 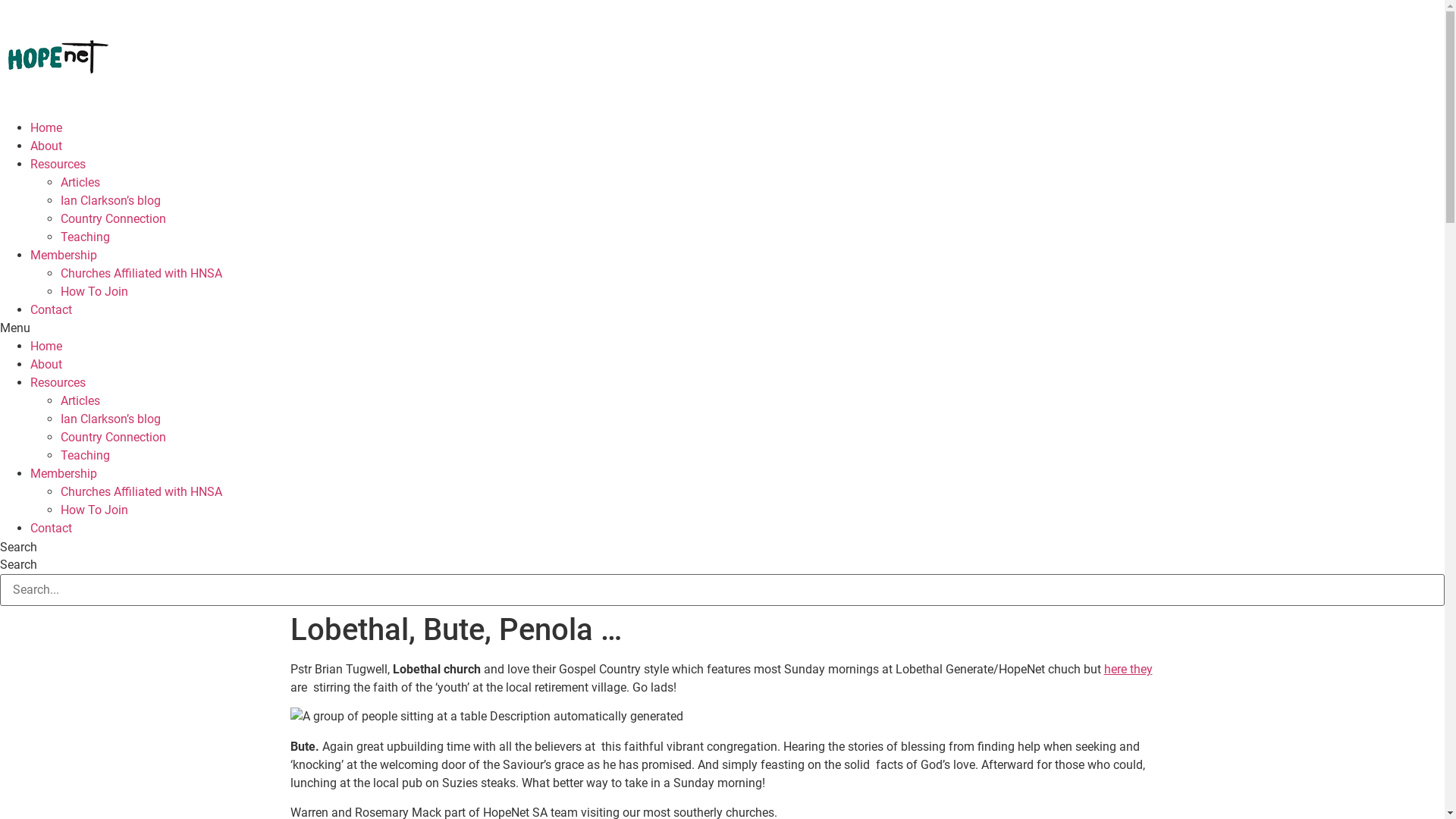 What do you see at coordinates (112, 437) in the screenshot?
I see `'Country Connection'` at bounding box center [112, 437].